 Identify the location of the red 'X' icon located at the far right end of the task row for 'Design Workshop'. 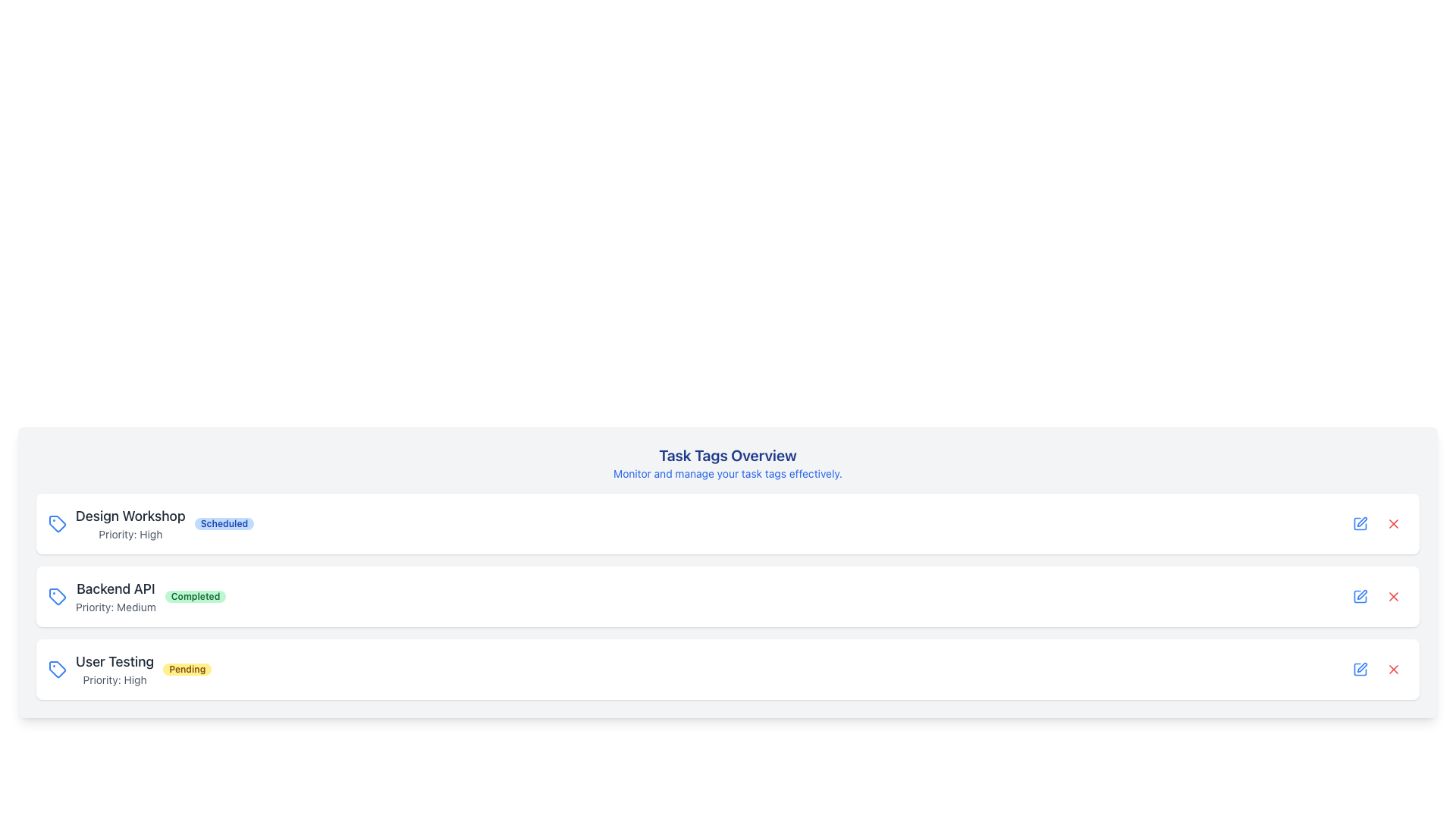
(1394, 522).